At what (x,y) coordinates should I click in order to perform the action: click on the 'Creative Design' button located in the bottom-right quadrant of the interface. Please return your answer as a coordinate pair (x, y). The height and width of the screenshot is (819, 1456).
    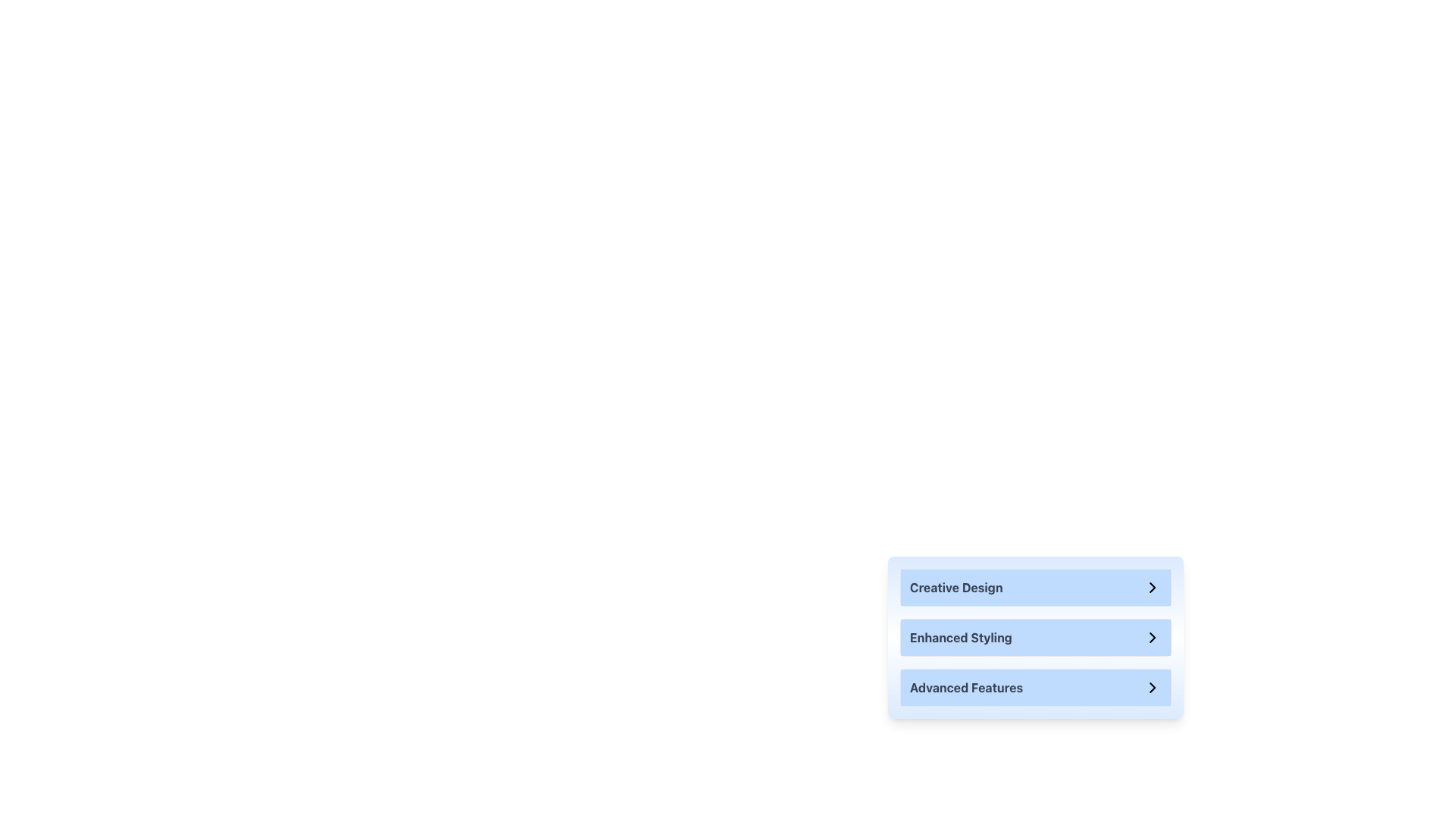
    Looking at the image, I should click on (1035, 587).